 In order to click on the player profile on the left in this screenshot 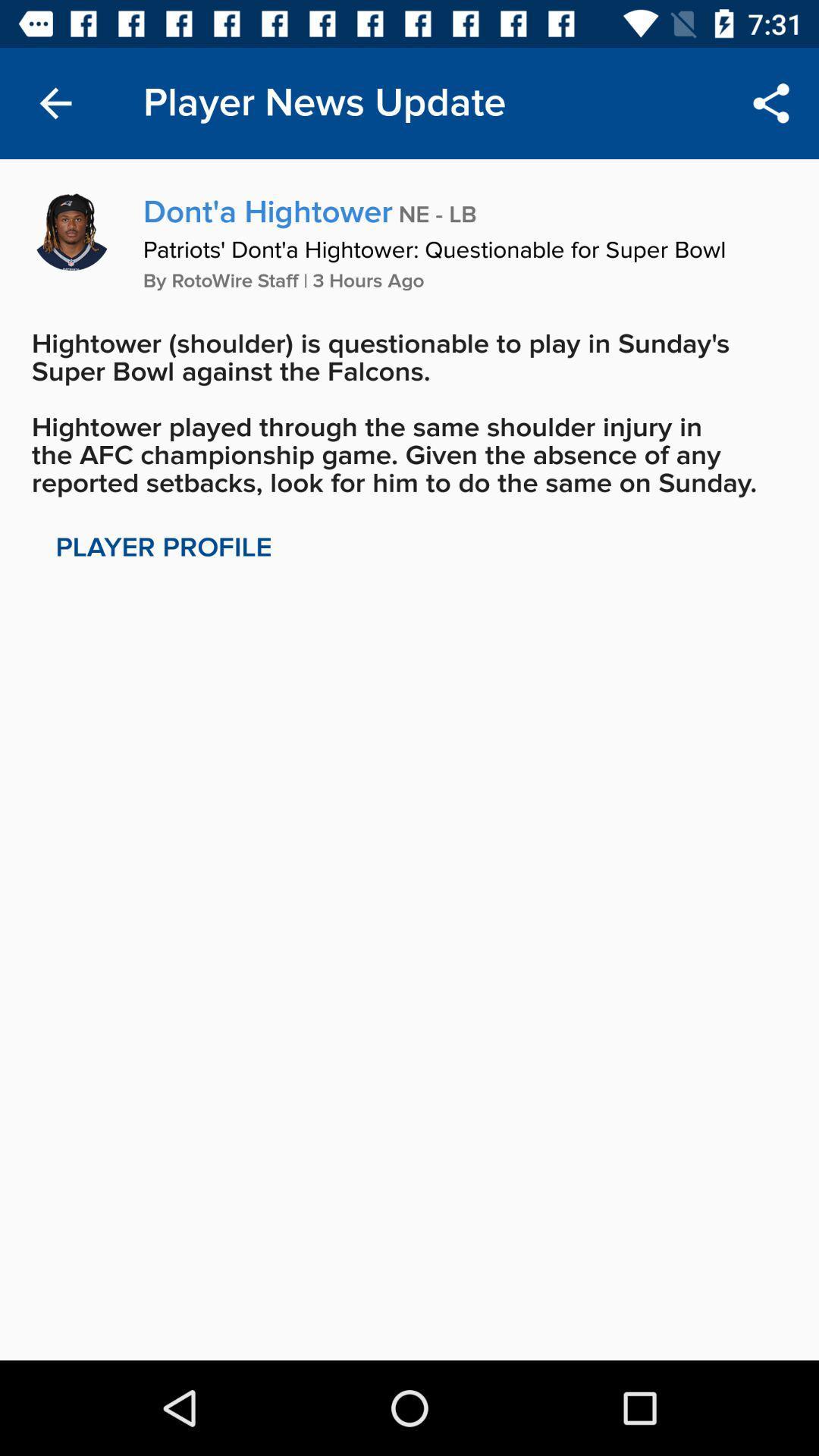, I will do `click(164, 547)`.